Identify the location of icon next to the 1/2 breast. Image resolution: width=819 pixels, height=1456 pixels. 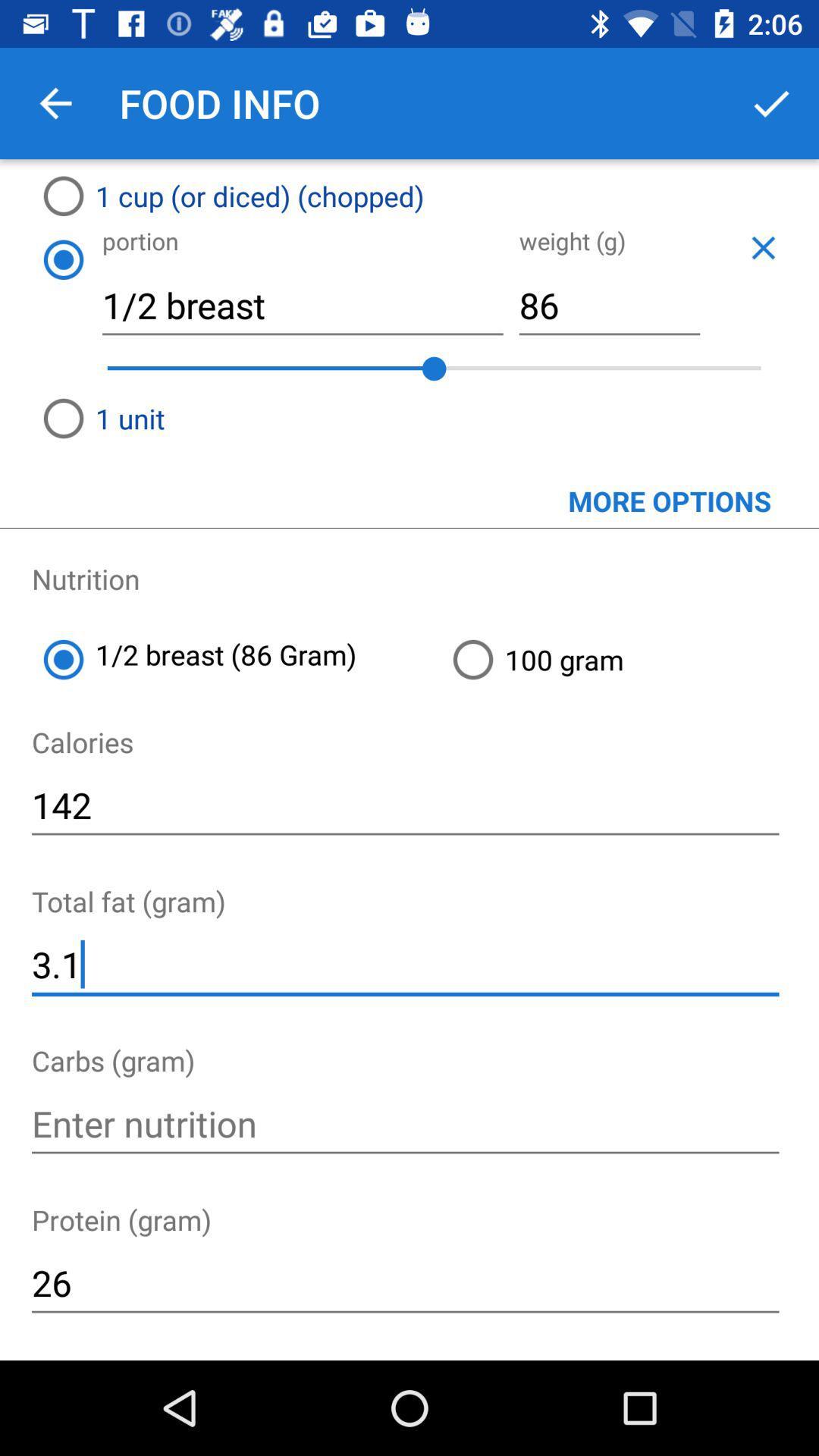
(62, 259).